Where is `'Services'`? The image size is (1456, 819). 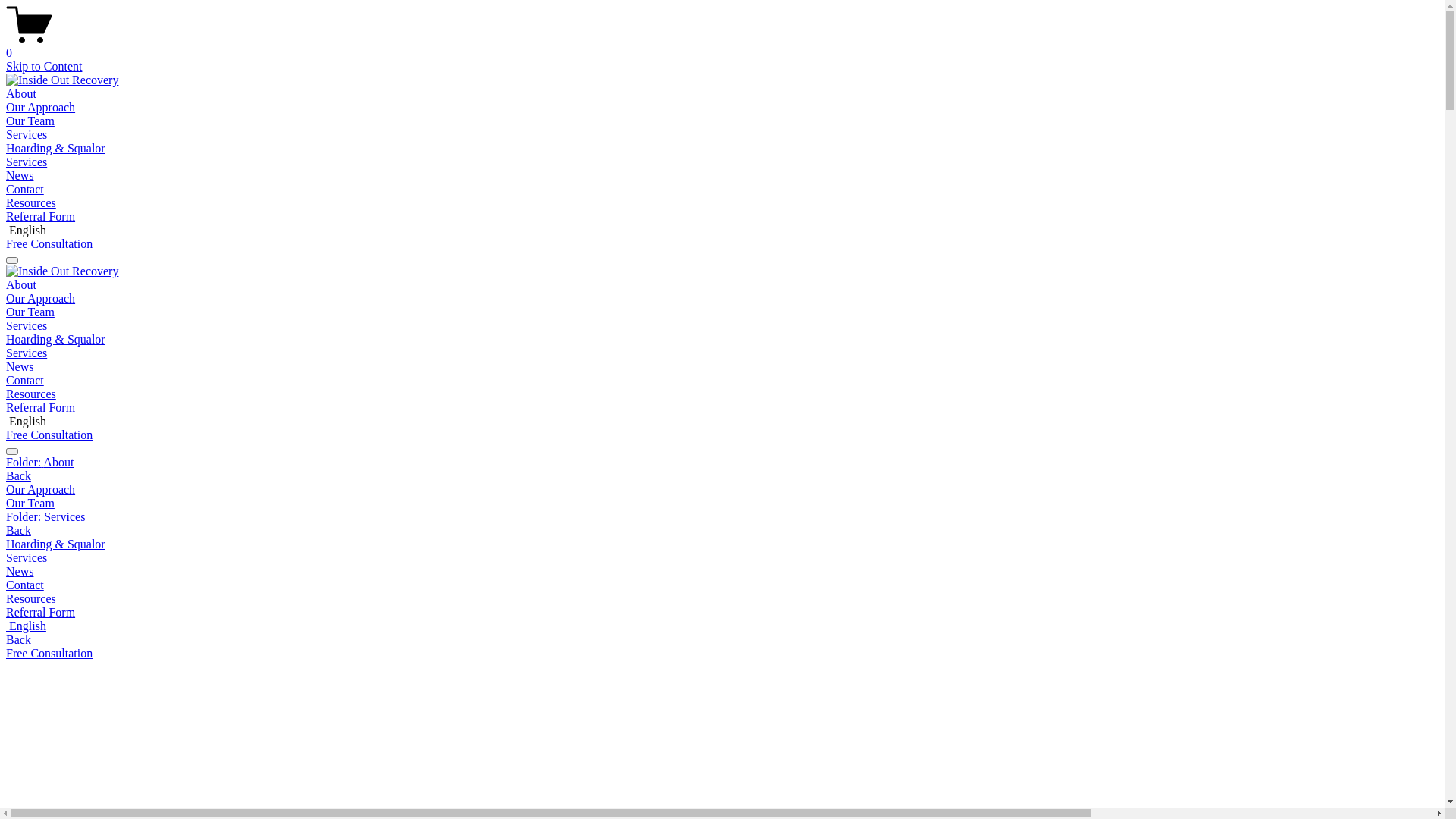 'Services' is located at coordinates (26, 325).